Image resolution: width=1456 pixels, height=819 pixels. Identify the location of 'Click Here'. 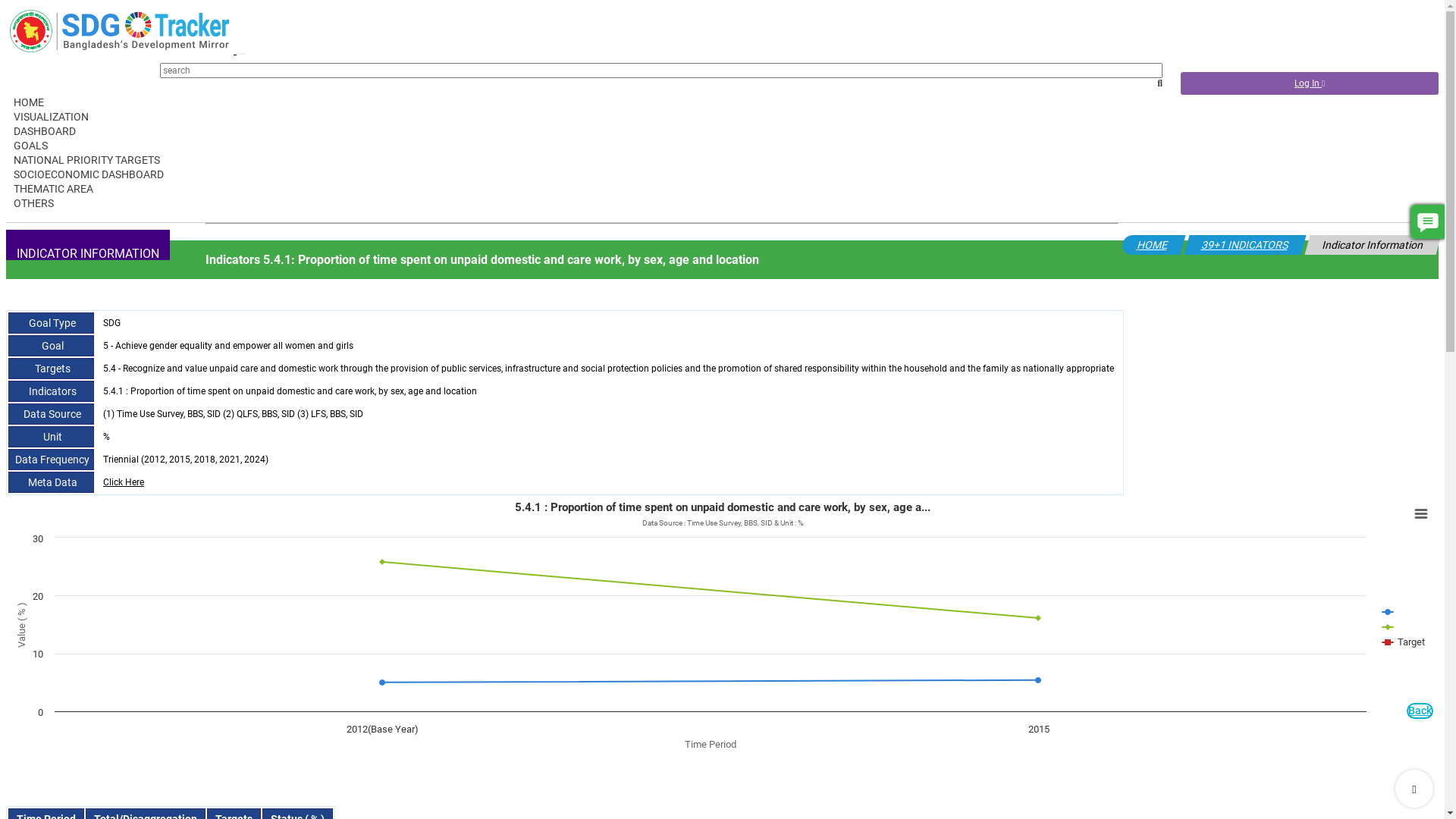
(124, 482).